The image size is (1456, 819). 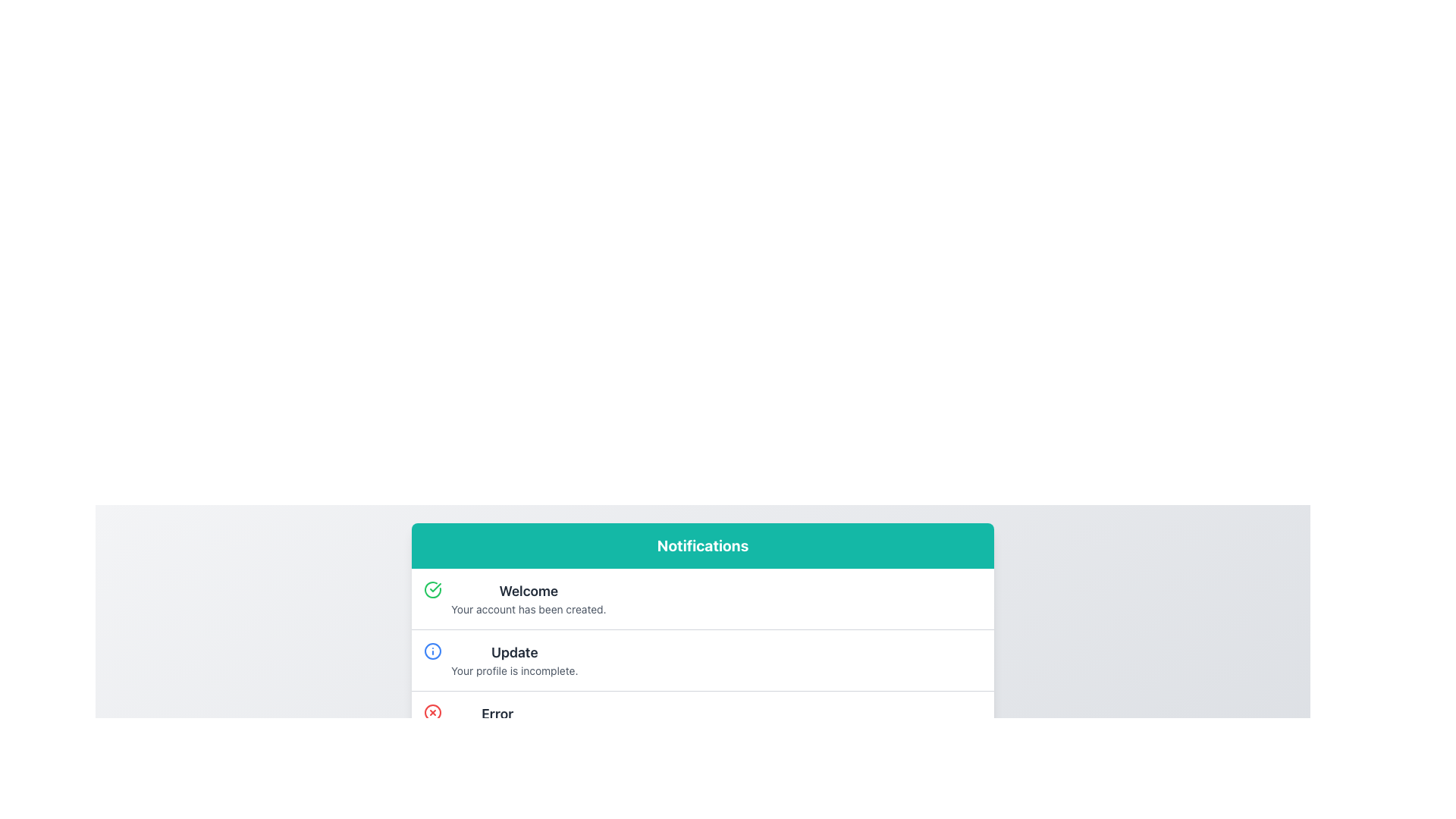 I want to click on message content from the Notification Card that indicates the user's account has been successfully created, located at the top section of the notification list, so click(x=701, y=598).